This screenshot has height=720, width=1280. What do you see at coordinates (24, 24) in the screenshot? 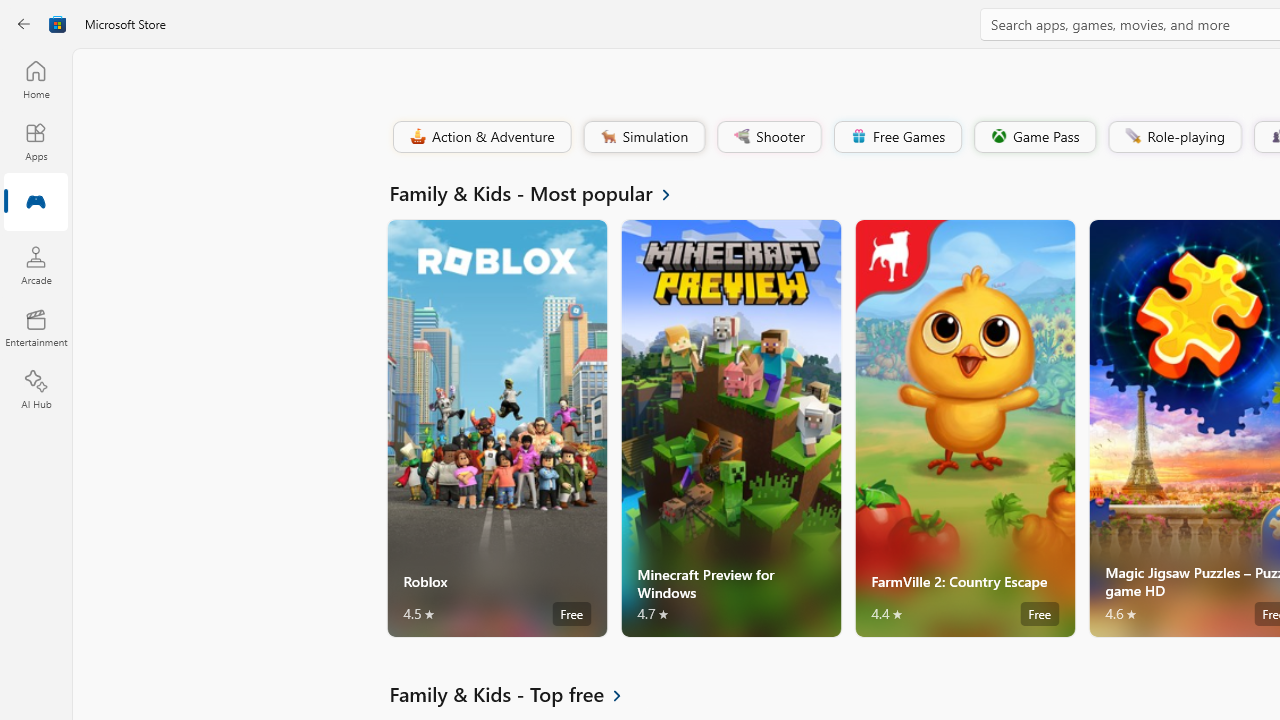
I see `'Back'` at bounding box center [24, 24].